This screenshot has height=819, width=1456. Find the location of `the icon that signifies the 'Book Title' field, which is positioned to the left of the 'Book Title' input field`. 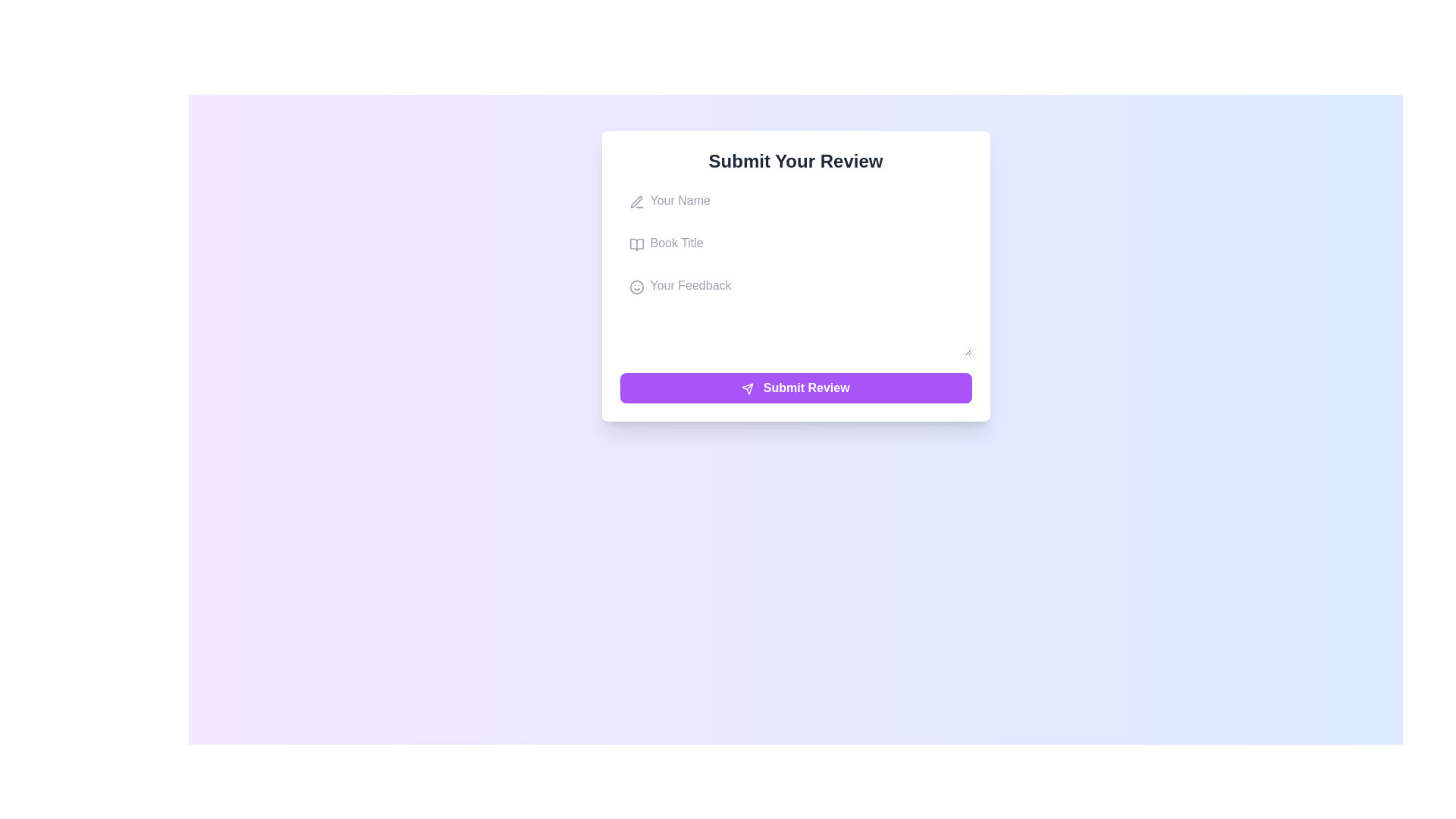

the icon that signifies the 'Book Title' field, which is positioned to the left of the 'Book Title' input field is located at coordinates (636, 244).